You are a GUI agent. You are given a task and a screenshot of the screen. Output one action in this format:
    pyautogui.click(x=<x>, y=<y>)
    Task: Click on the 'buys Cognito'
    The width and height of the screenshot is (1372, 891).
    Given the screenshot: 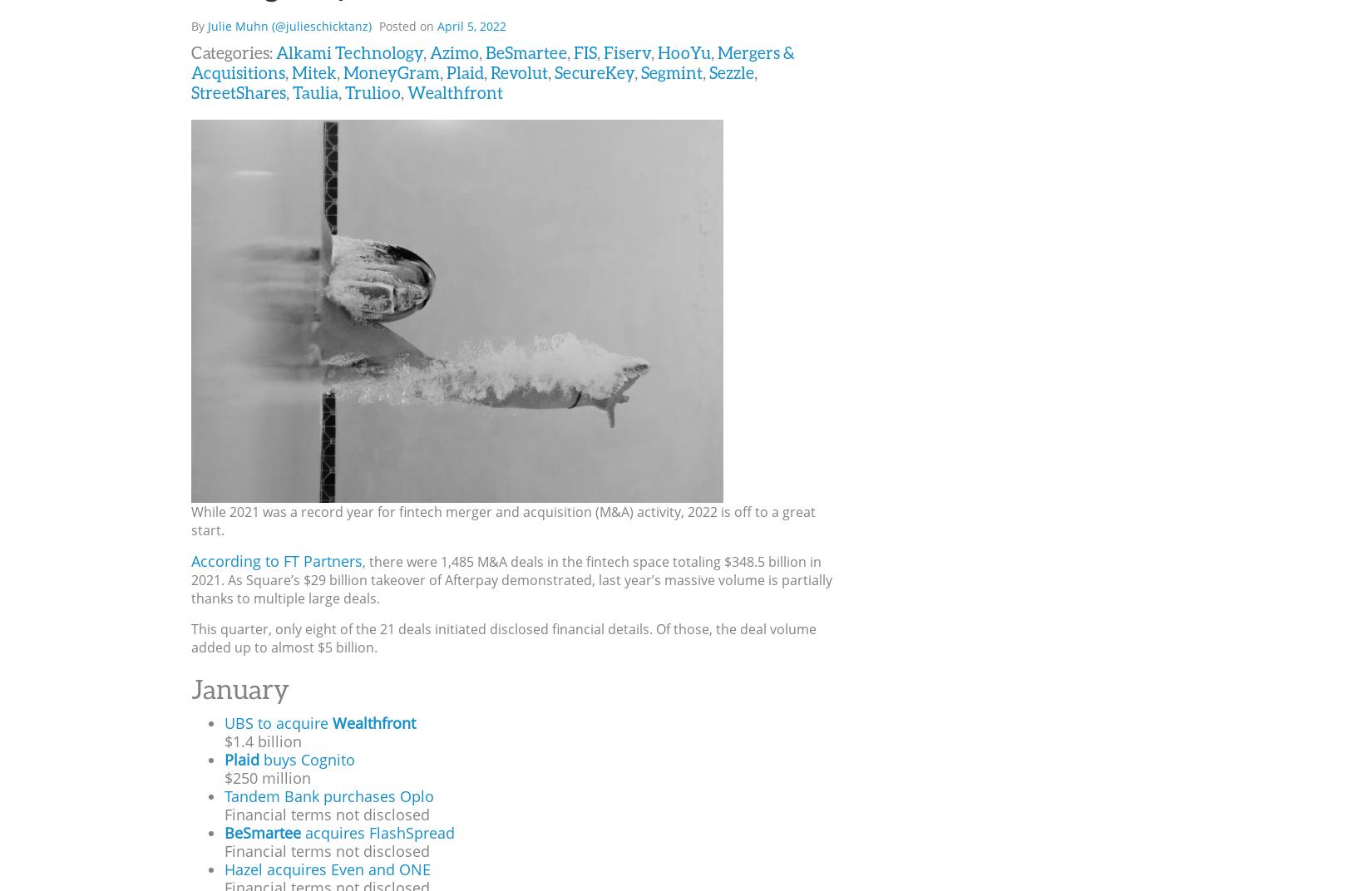 What is the action you would take?
    pyautogui.click(x=307, y=759)
    